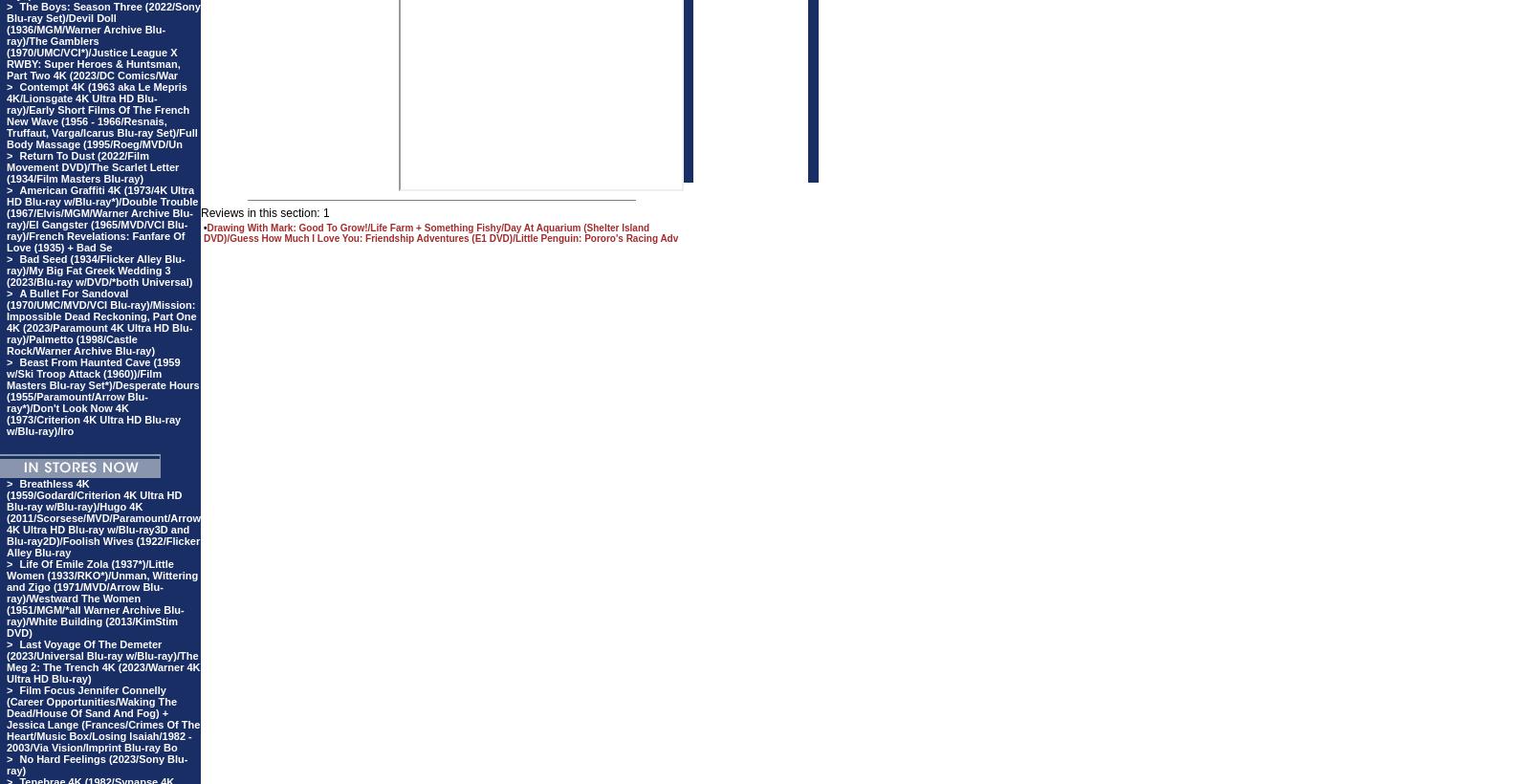 The width and height of the screenshot is (1534, 784). What do you see at coordinates (101, 321) in the screenshot?
I see `'A Bullet For Sandoval (1970/UMC/MVD/VCI Blu-ray)/Mission: Impossible Dead Reckoning, Part One 4K (2023/Paramount 4K Ultra HD Blu-ray)/Palmetto (1998/Castle Rock/Warner Archive Blu-ray)'` at bounding box center [101, 321].